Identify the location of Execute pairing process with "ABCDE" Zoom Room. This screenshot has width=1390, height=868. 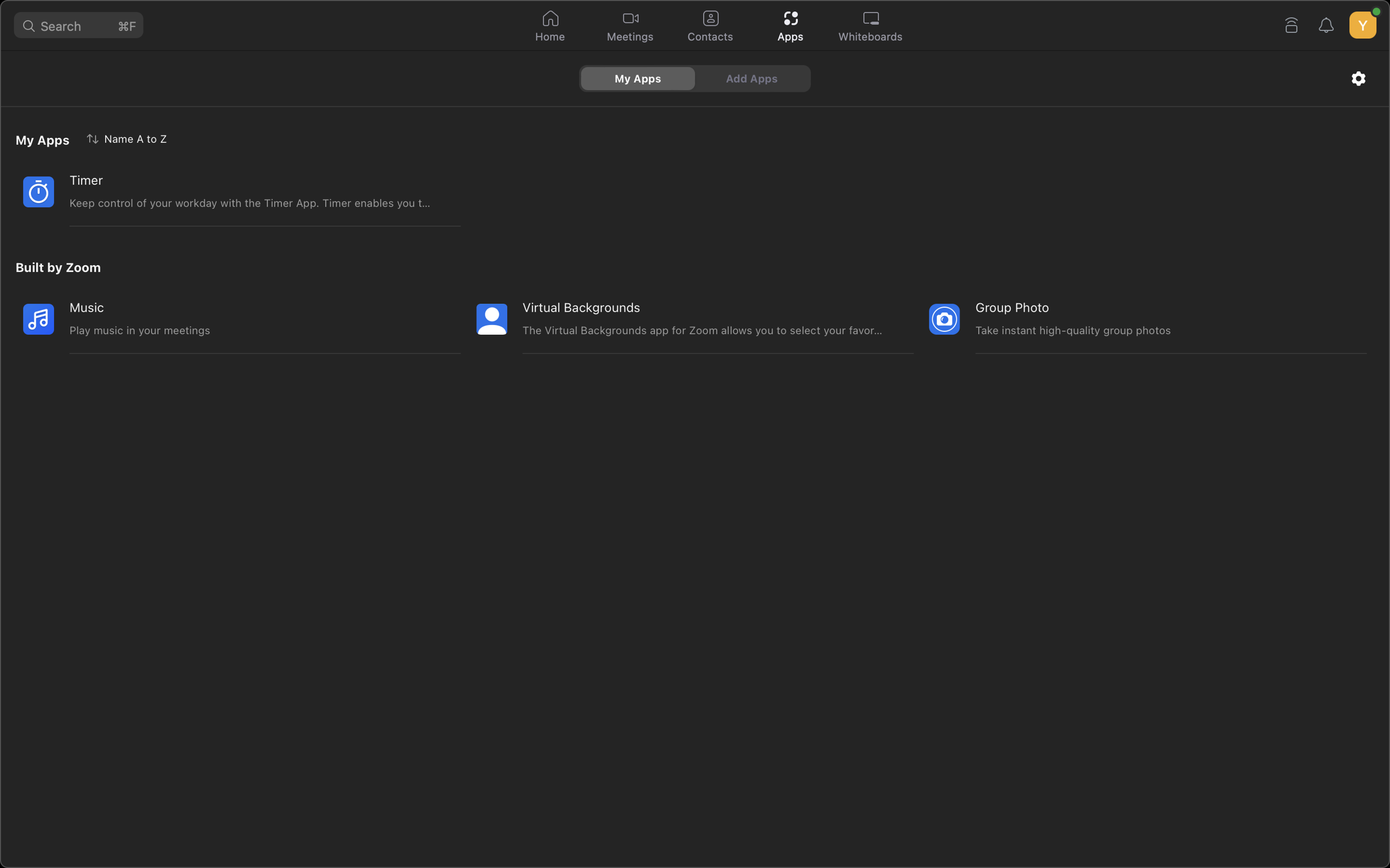
(1290, 24).